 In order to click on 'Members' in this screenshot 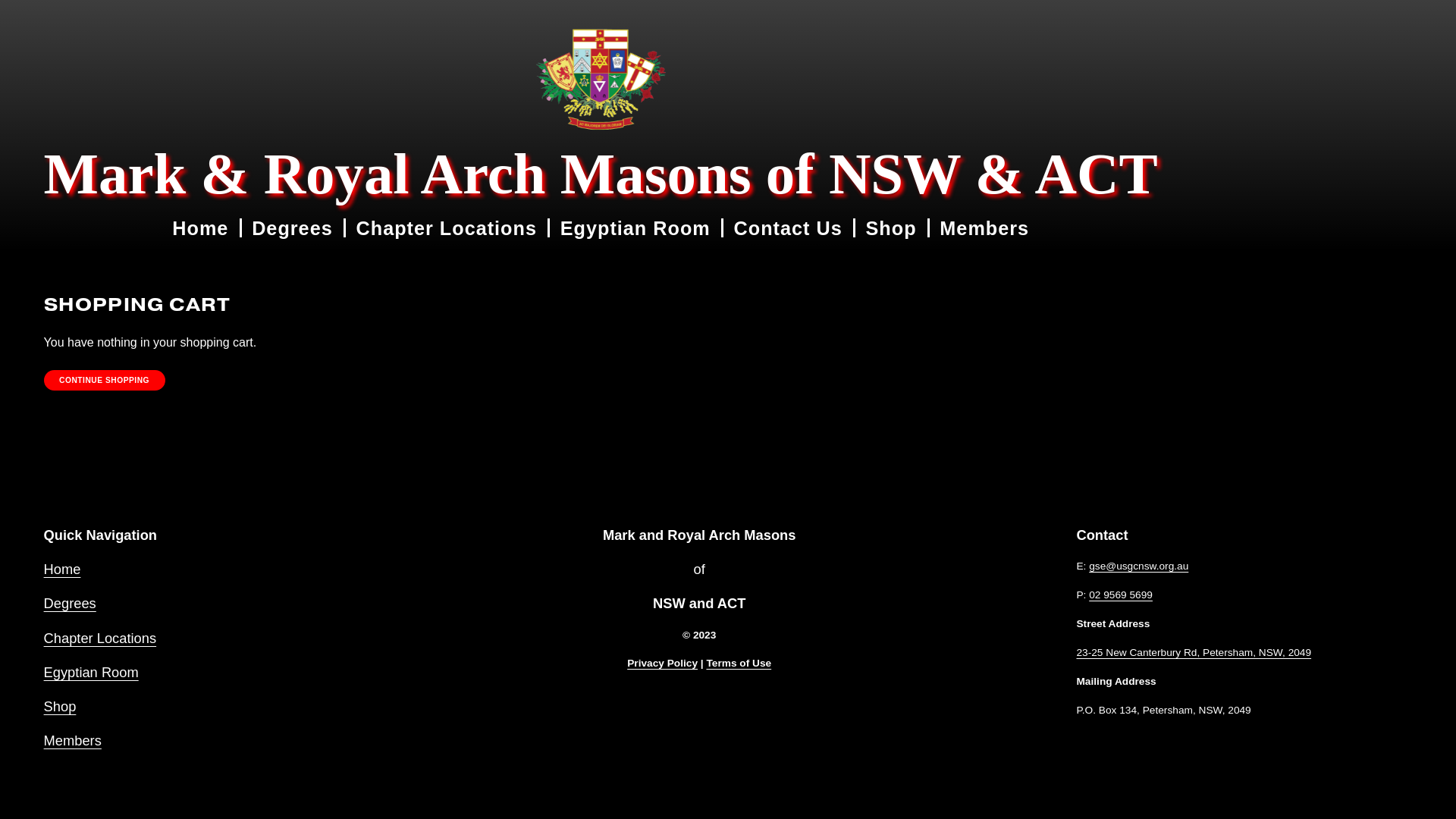, I will do `click(984, 227)`.